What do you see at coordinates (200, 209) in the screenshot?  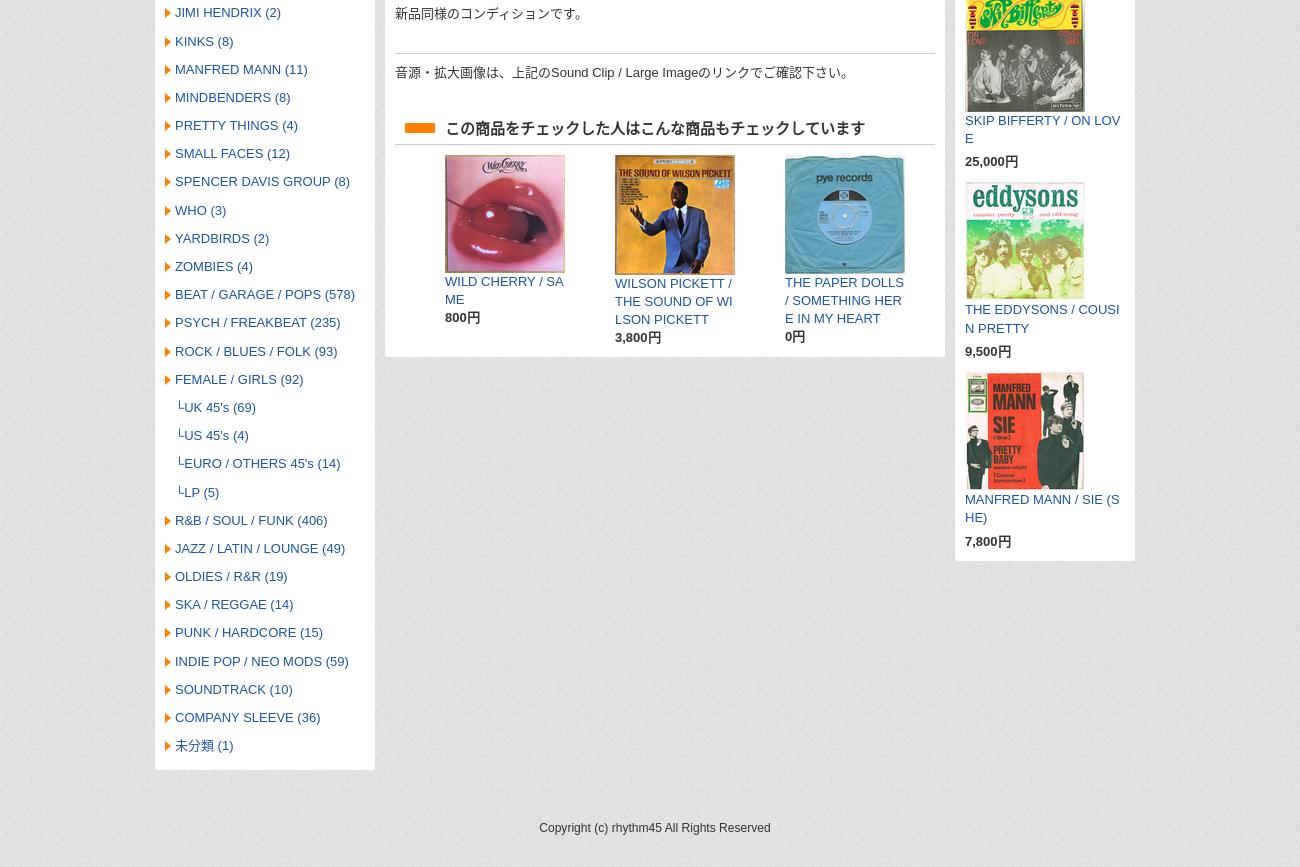 I see `'WHO (3)'` at bounding box center [200, 209].